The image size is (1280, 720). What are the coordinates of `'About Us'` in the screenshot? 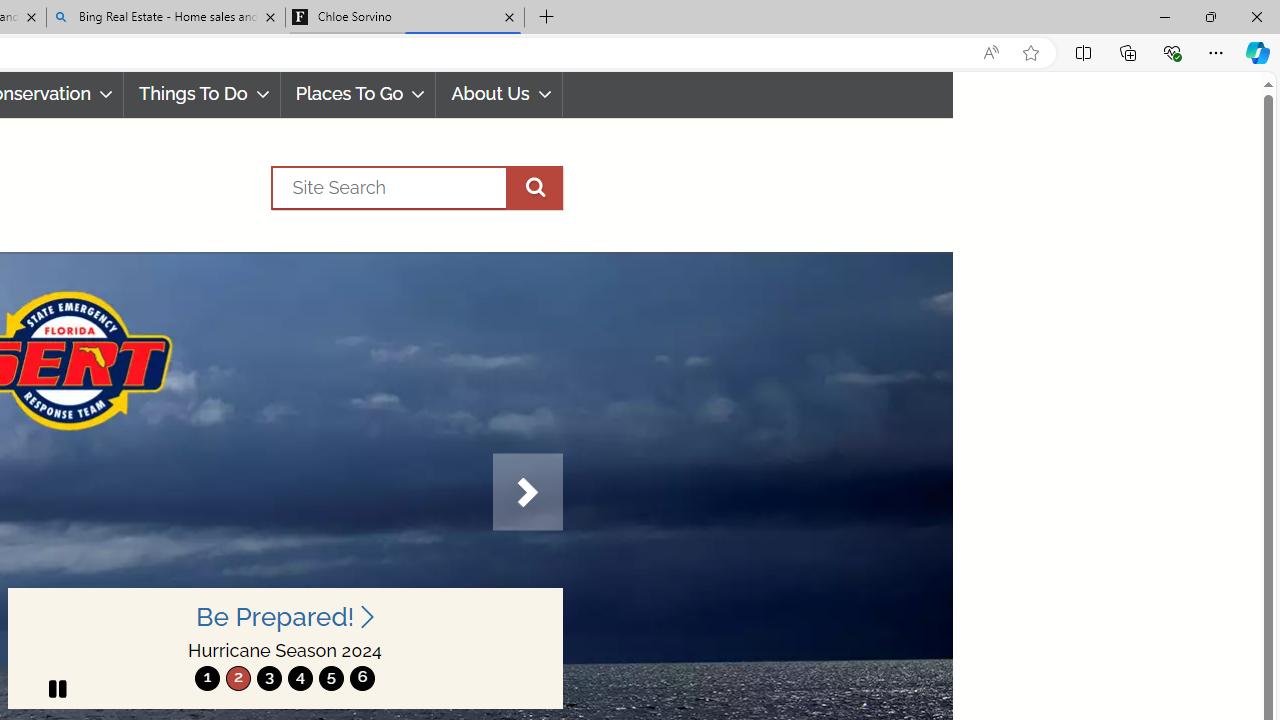 It's located at (499, 94).